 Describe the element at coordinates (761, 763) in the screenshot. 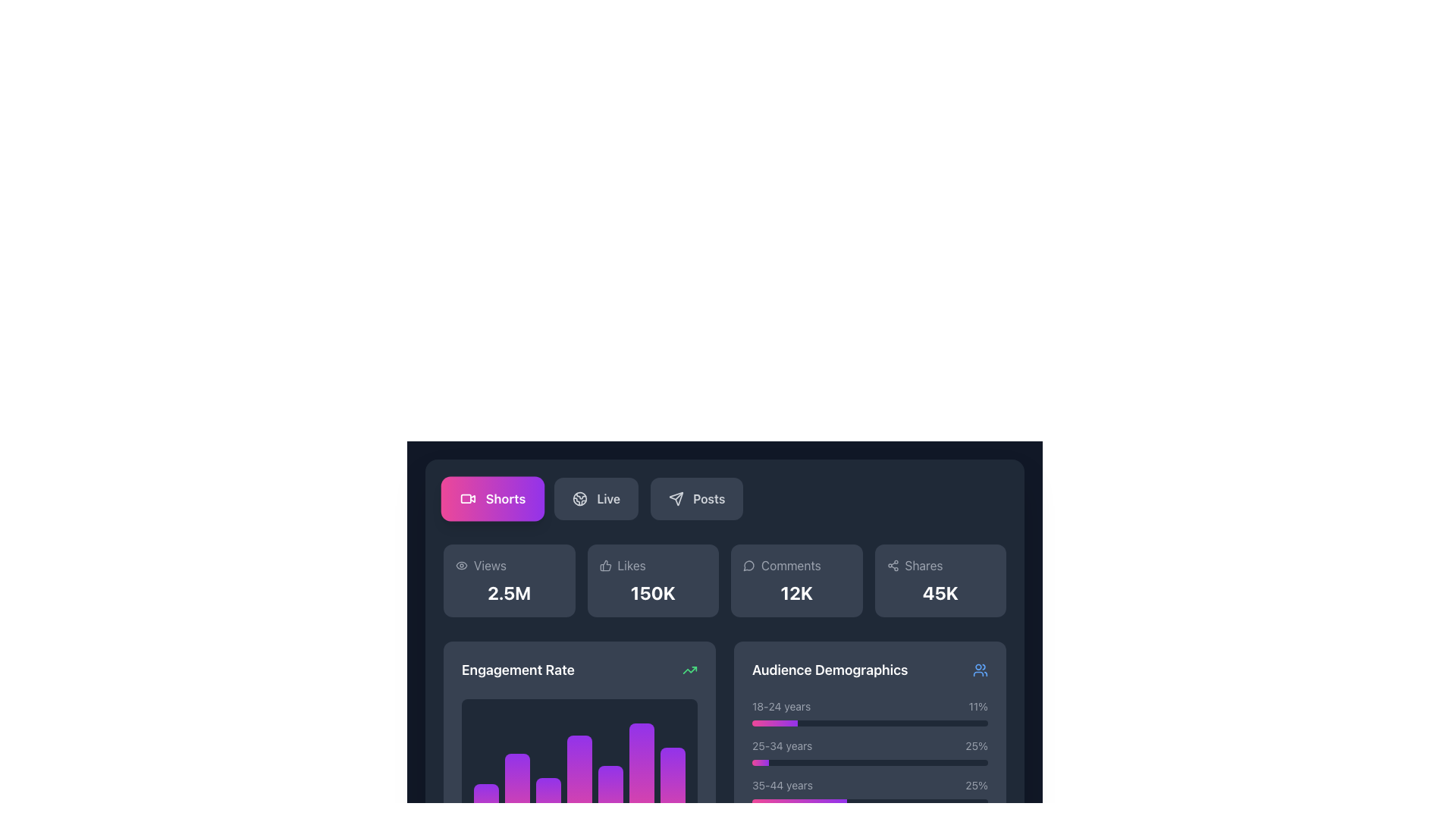

I see `the pink to purple gradient progress bar segment located at the start of the progress bar in the bottom portion of the interface` at that location.